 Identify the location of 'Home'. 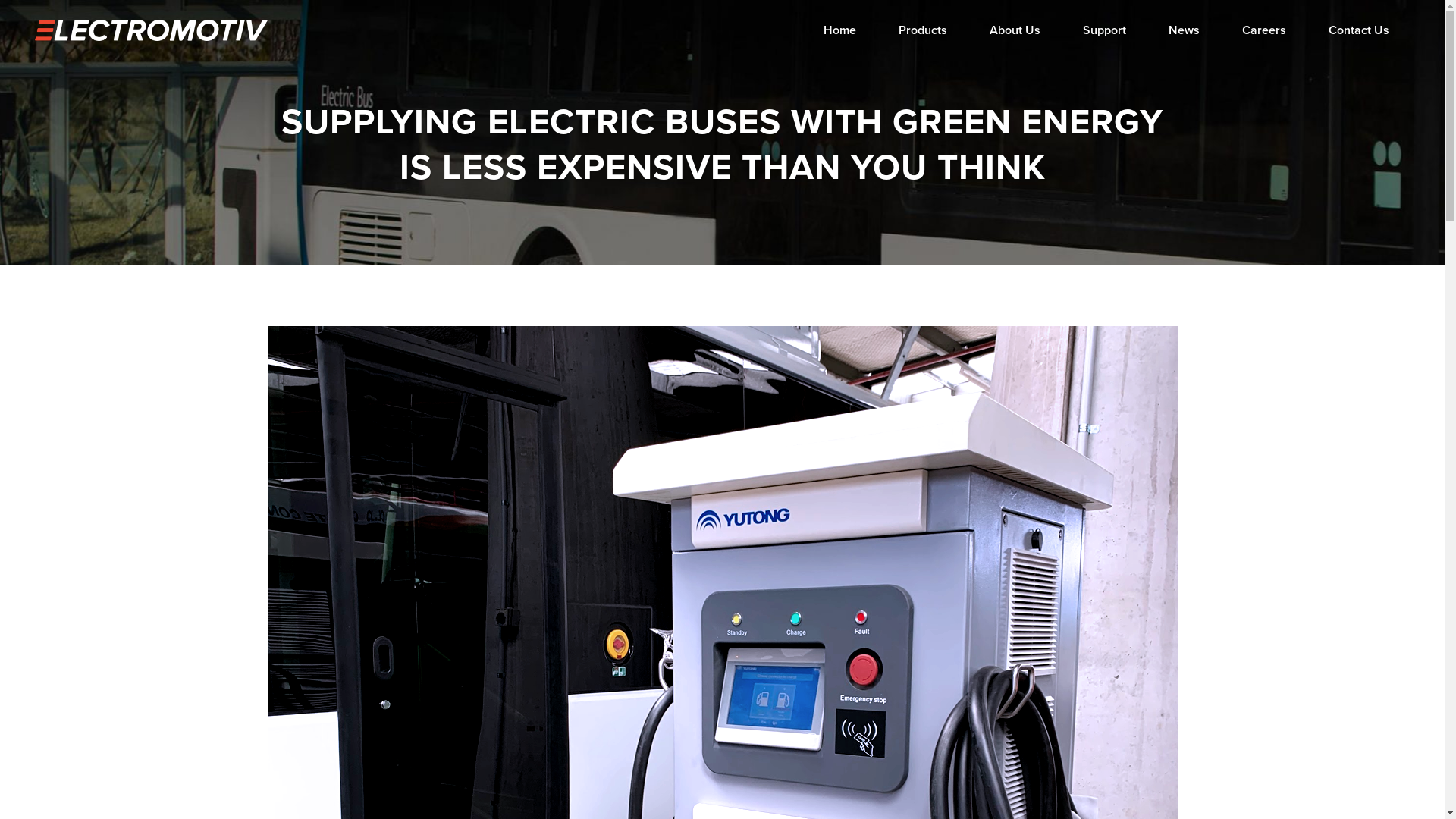
(801, 30).